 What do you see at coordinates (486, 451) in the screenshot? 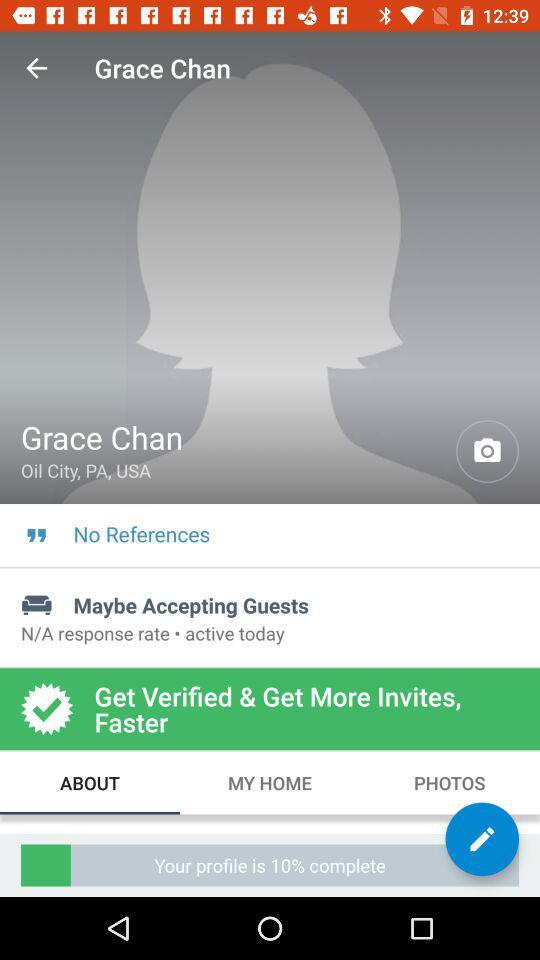
I see `the icon on the right` at bounding box center [486, 451].